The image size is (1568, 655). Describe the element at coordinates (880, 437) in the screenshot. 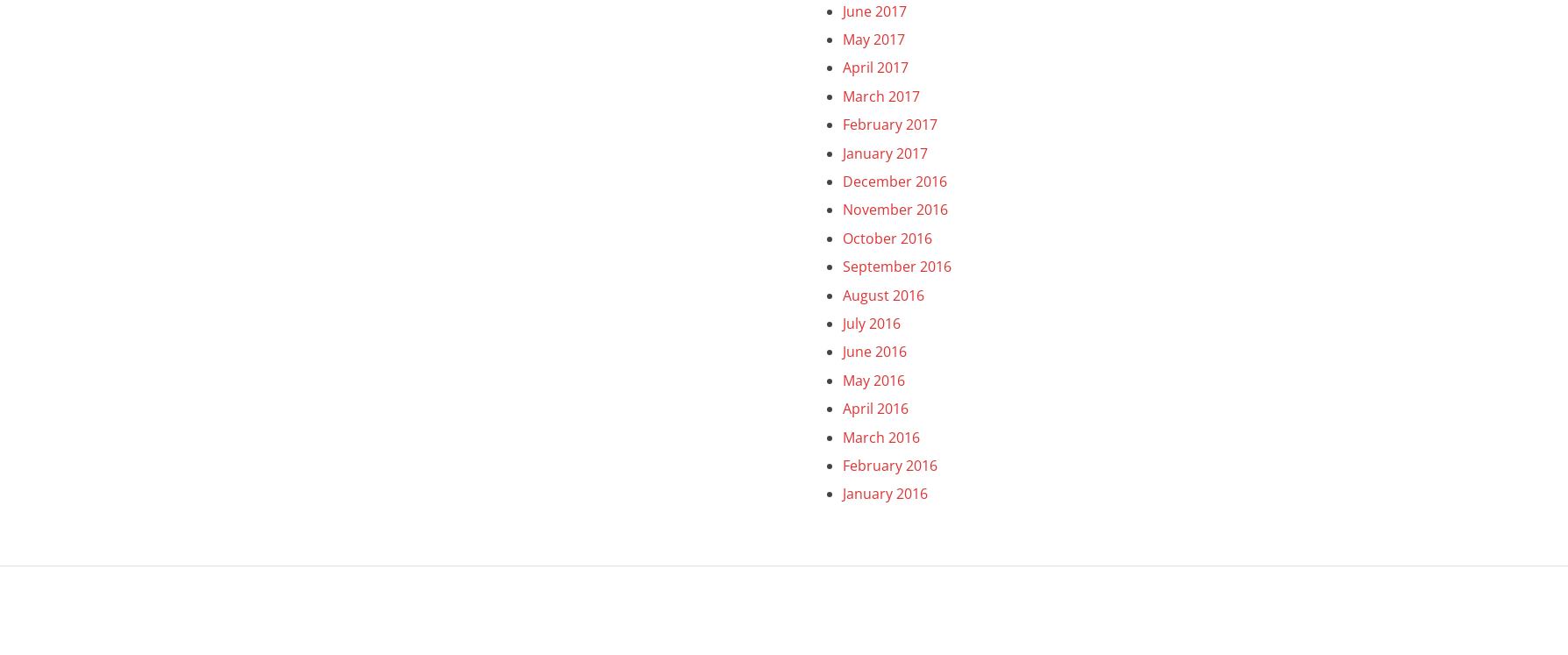

I see `'March 2016'` at that location.